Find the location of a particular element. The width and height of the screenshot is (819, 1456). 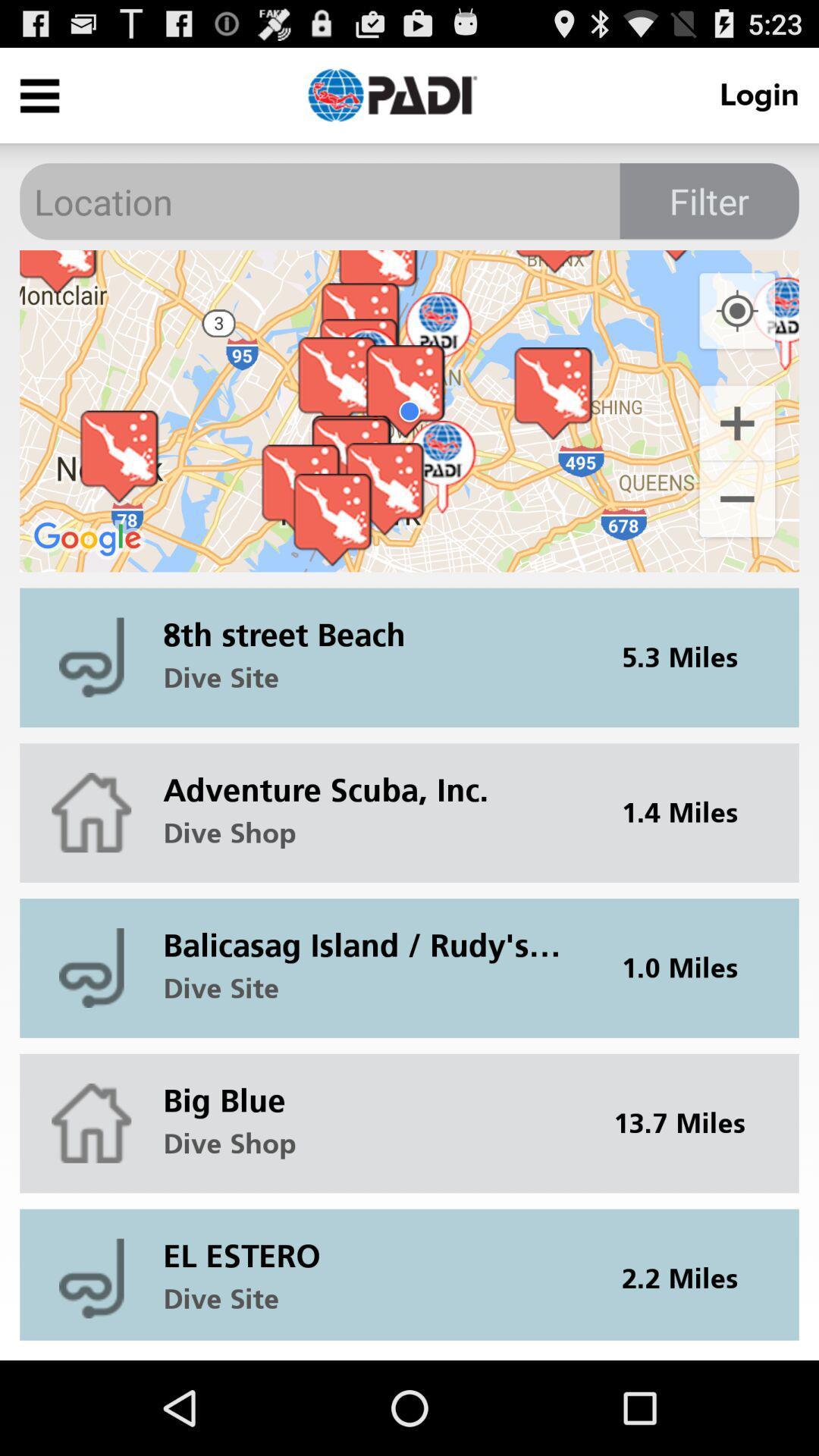

filter button is located at coordinates (709, 200).